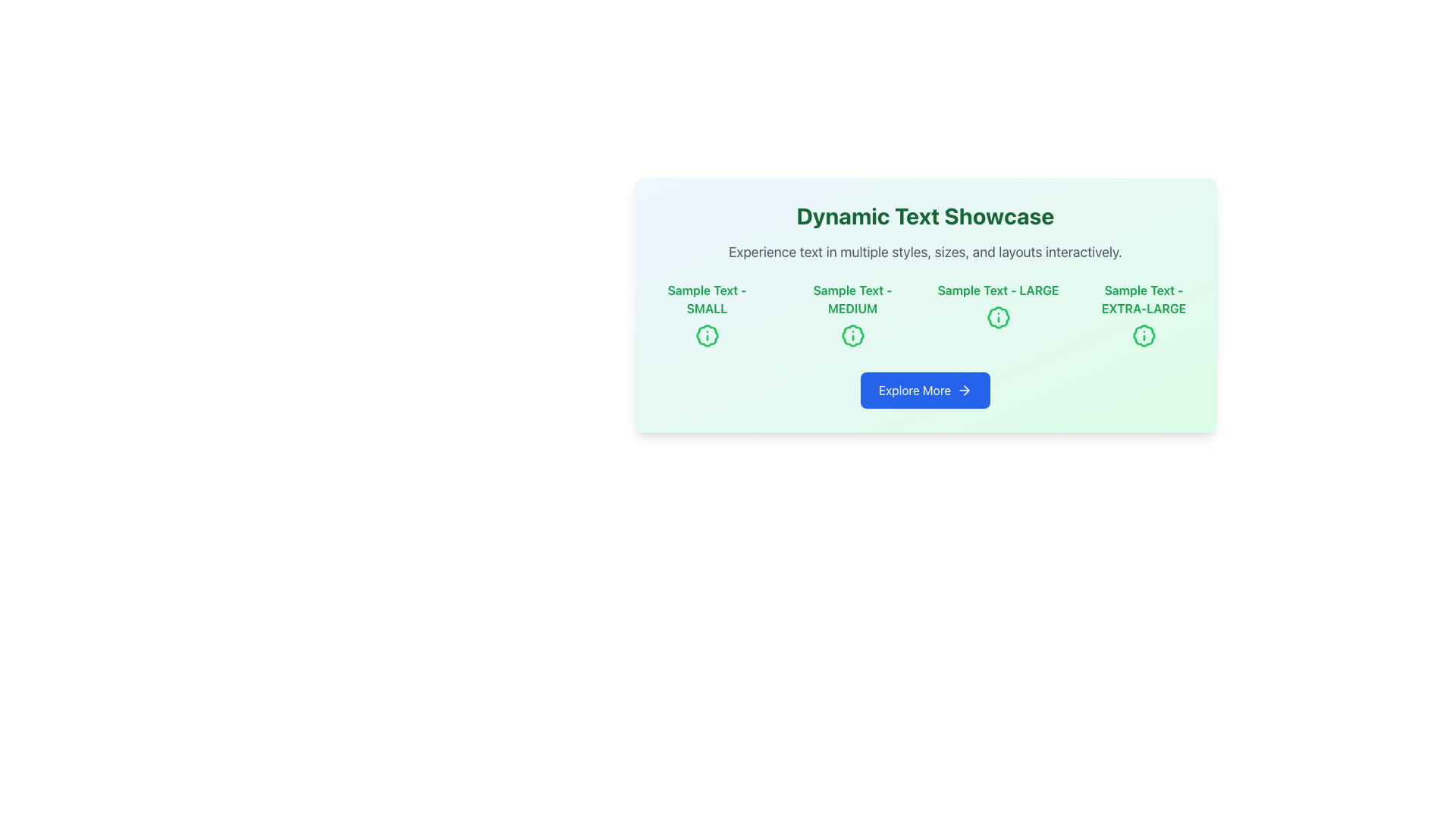  I want to click on the icon representing the category labeled 'LARGE', which is the third element in a row of four within a grid structure, positioned between 'Sample Text - MEDIUM' and 'Sample Text - EXTRA-LARGE', so click(998, 314).